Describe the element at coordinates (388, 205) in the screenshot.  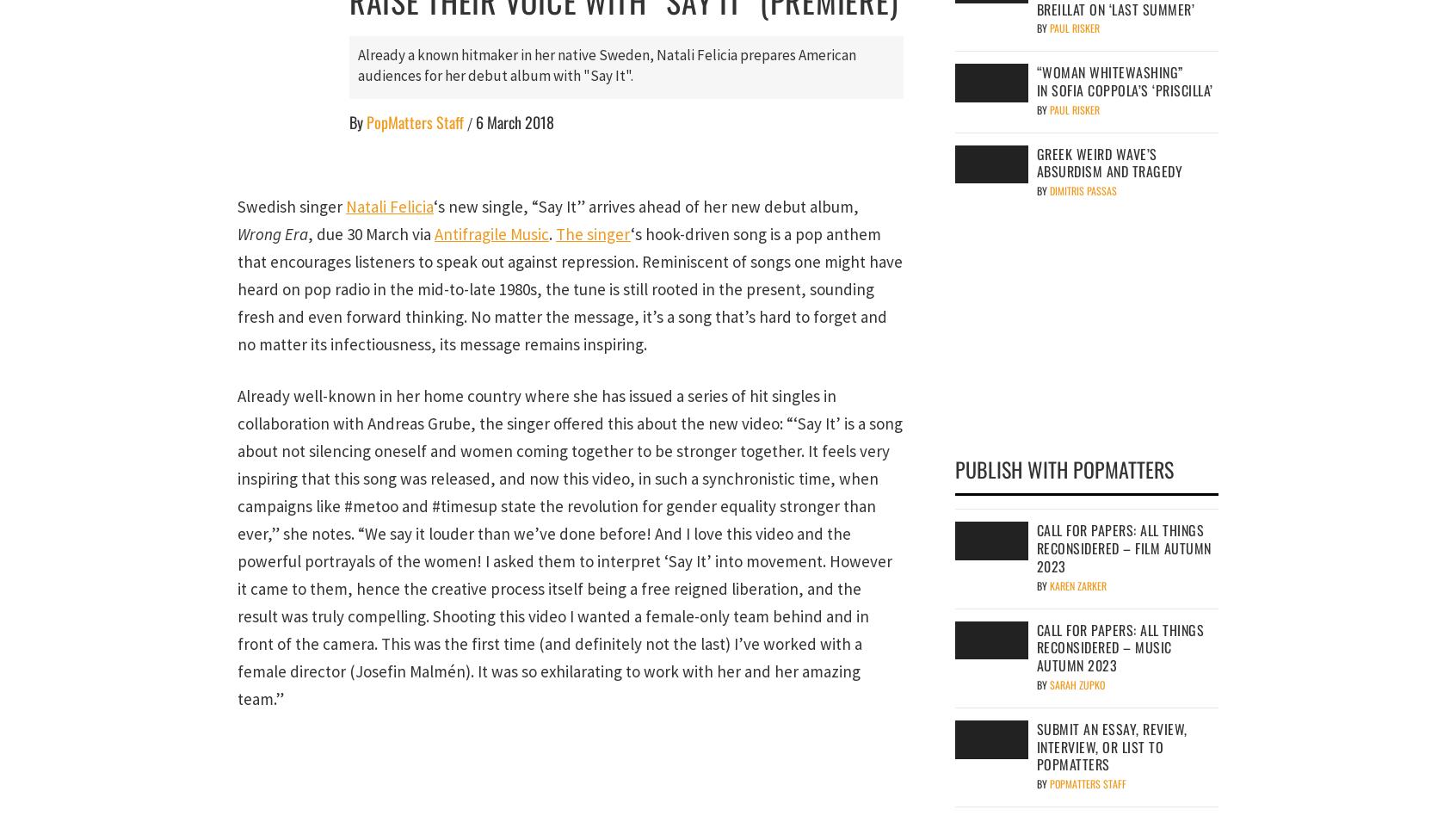
I see `'Natali Felicia'` at that location.